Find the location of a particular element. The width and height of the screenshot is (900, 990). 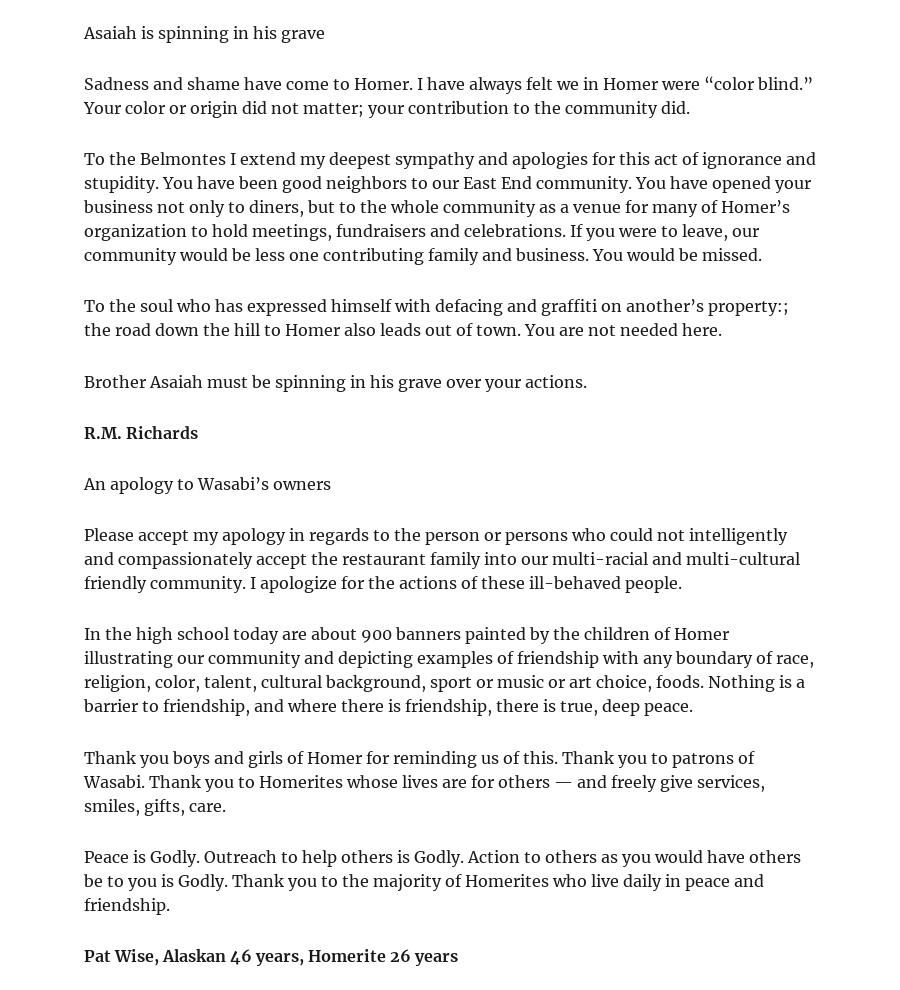

'Peace is Godly. Outreach to help others is Godly. Action to others as you would have others be to you is Godly. Thank you to the majority of Homerites who live daily in peace and friendship.' is located at coordinates (82, 880).